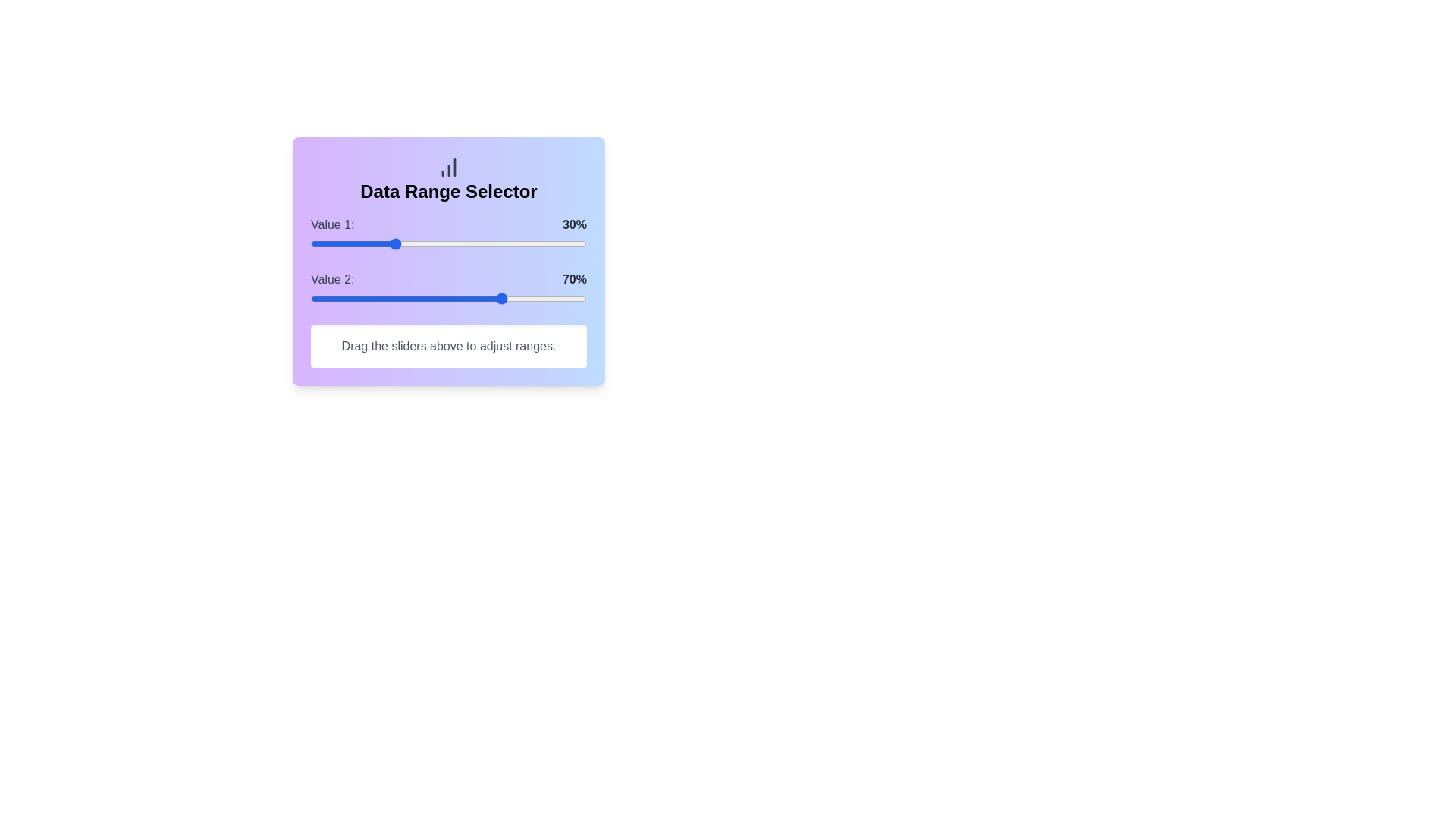  I want to click on the slider for Value 1 to set its percentage to 82, so click(537, 243).